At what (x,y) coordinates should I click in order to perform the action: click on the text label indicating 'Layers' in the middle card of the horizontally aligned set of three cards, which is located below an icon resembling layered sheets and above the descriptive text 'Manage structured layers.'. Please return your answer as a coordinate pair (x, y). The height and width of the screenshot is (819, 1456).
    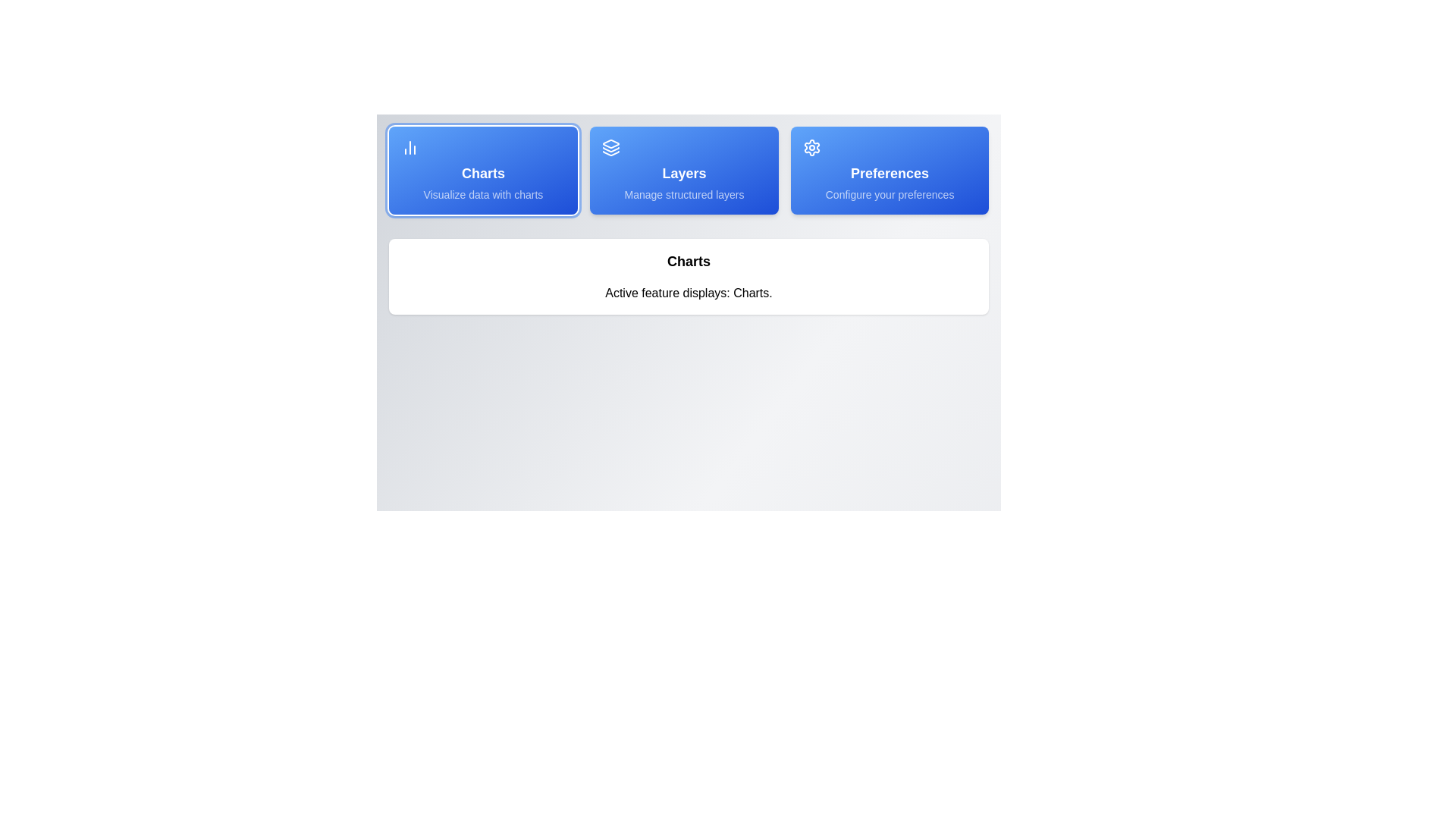
    Looking at the image, I should click on (683, 172).